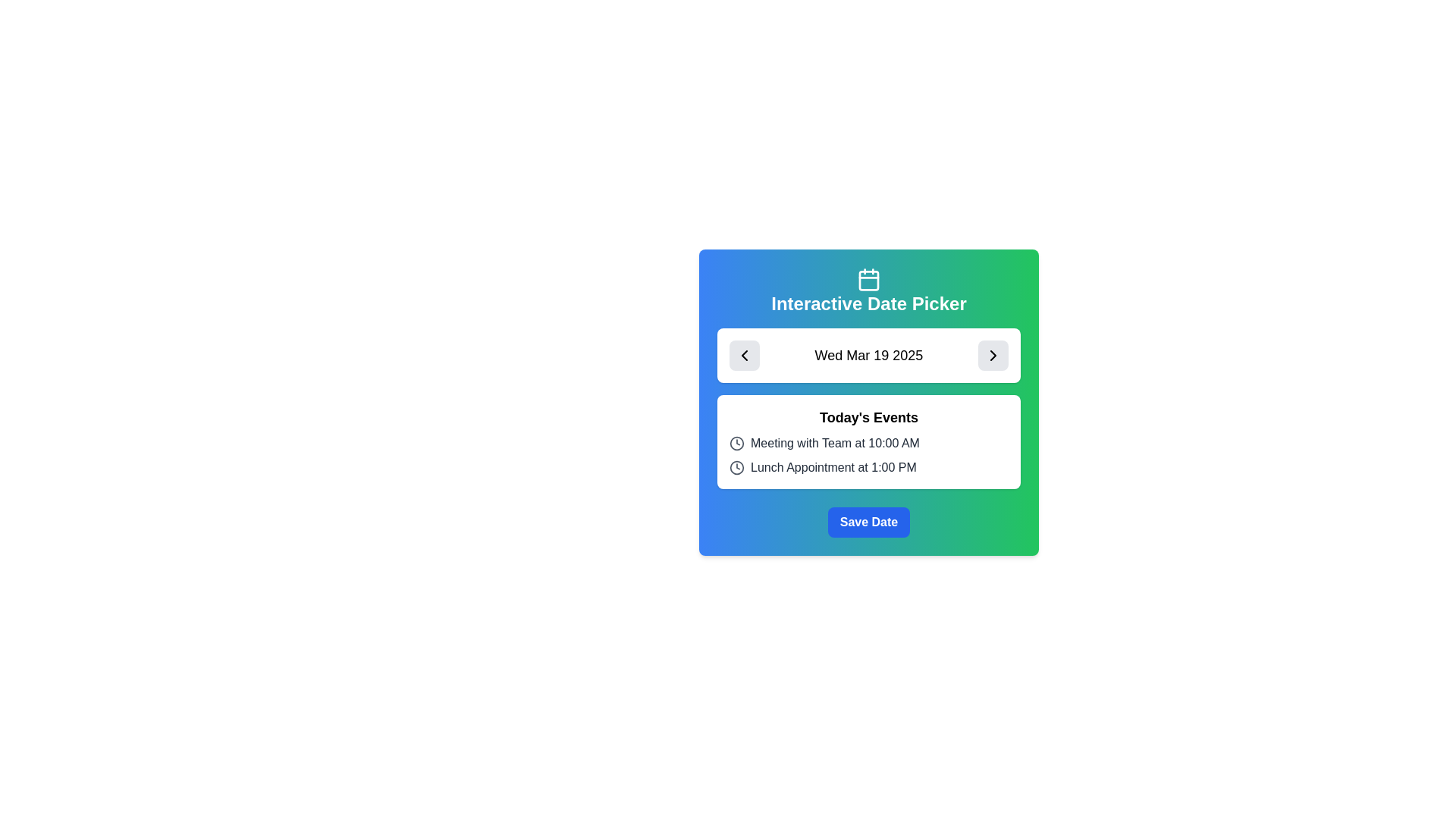 This screenshot has width=1456, height=819. Describe the element at coordinates (869, 280) in the screenshot. I see `the decorative visual aid icon representing the date picker within the 'Interactive Date Picker' card interface, positioned above the title text` at that location.